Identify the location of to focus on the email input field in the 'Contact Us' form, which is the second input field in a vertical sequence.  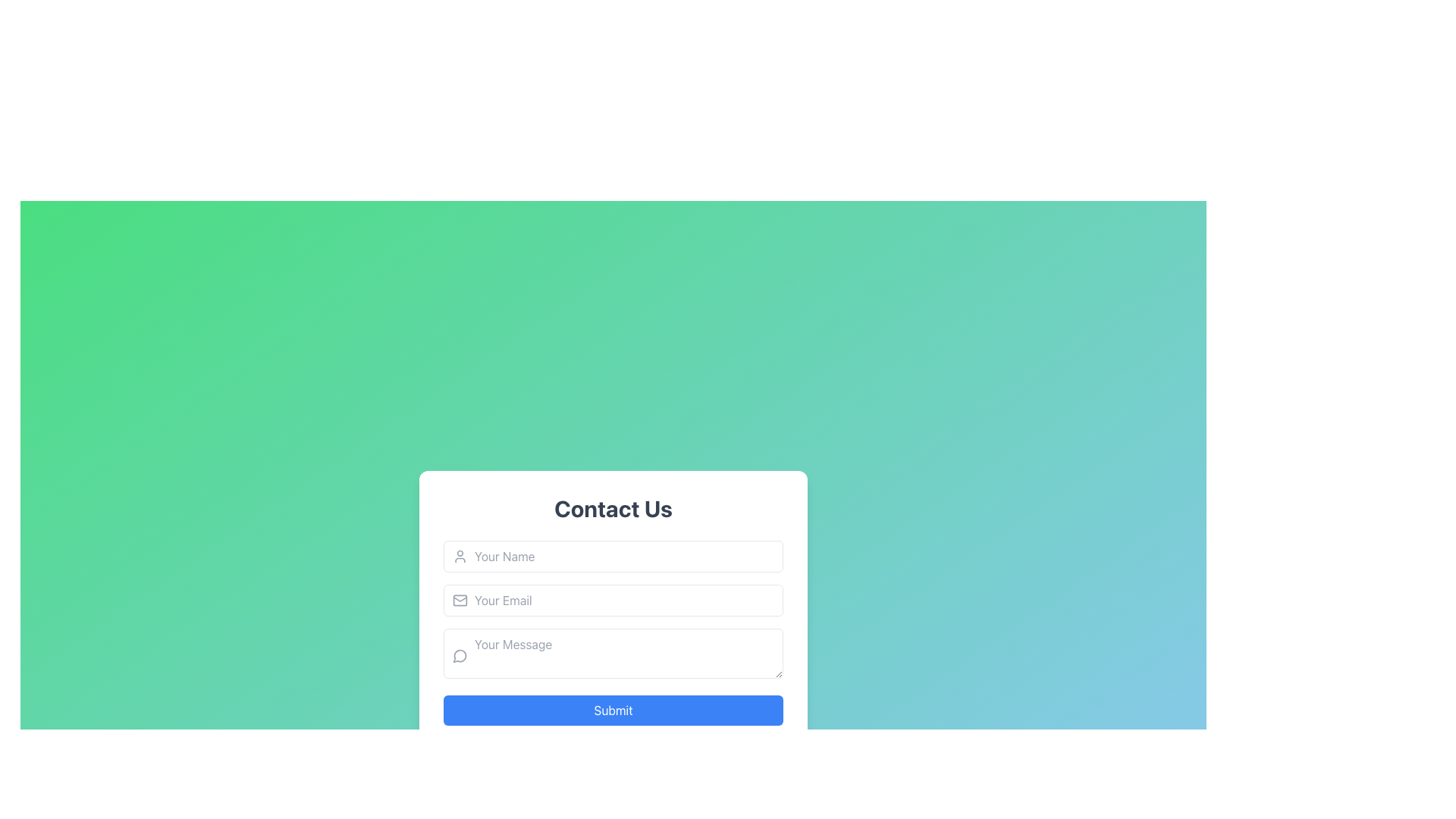
(613, 610).